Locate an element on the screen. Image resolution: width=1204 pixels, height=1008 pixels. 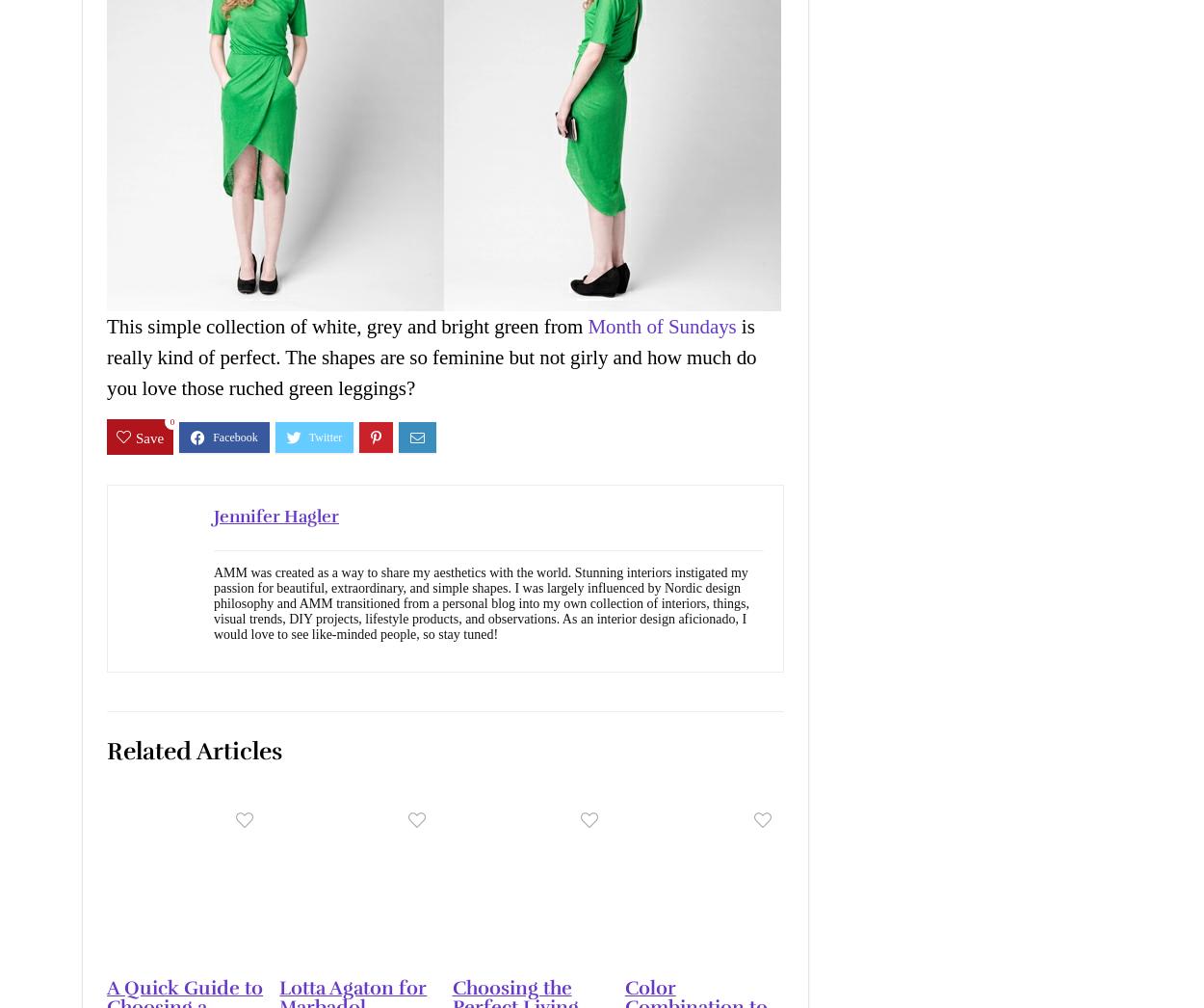
'Month of Sundays' is located at coordinates (662, 326).